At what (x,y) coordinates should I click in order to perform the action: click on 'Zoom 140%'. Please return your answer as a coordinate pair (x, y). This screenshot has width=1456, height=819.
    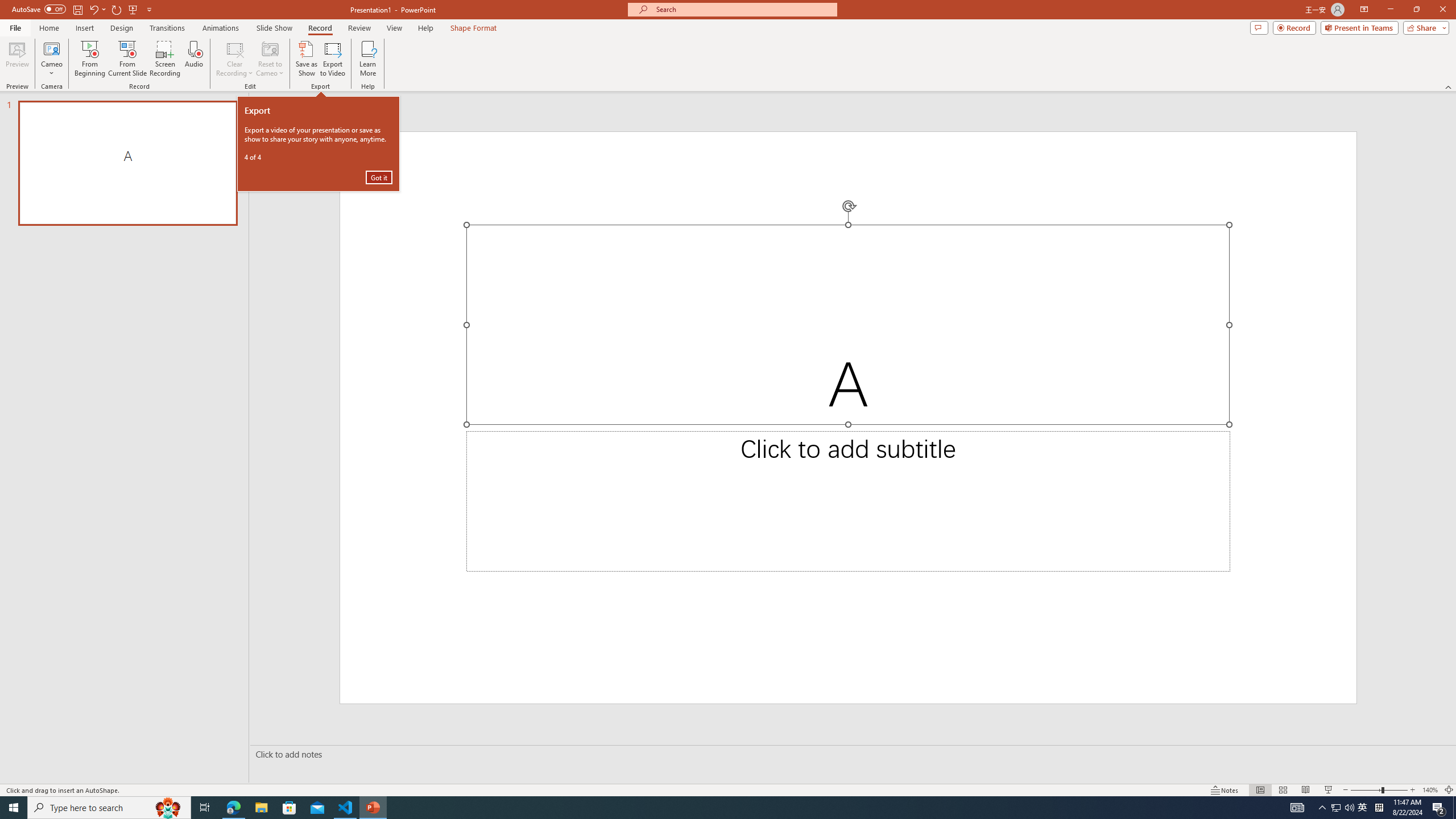
    Looking at the image, I should click on (1430, 790).